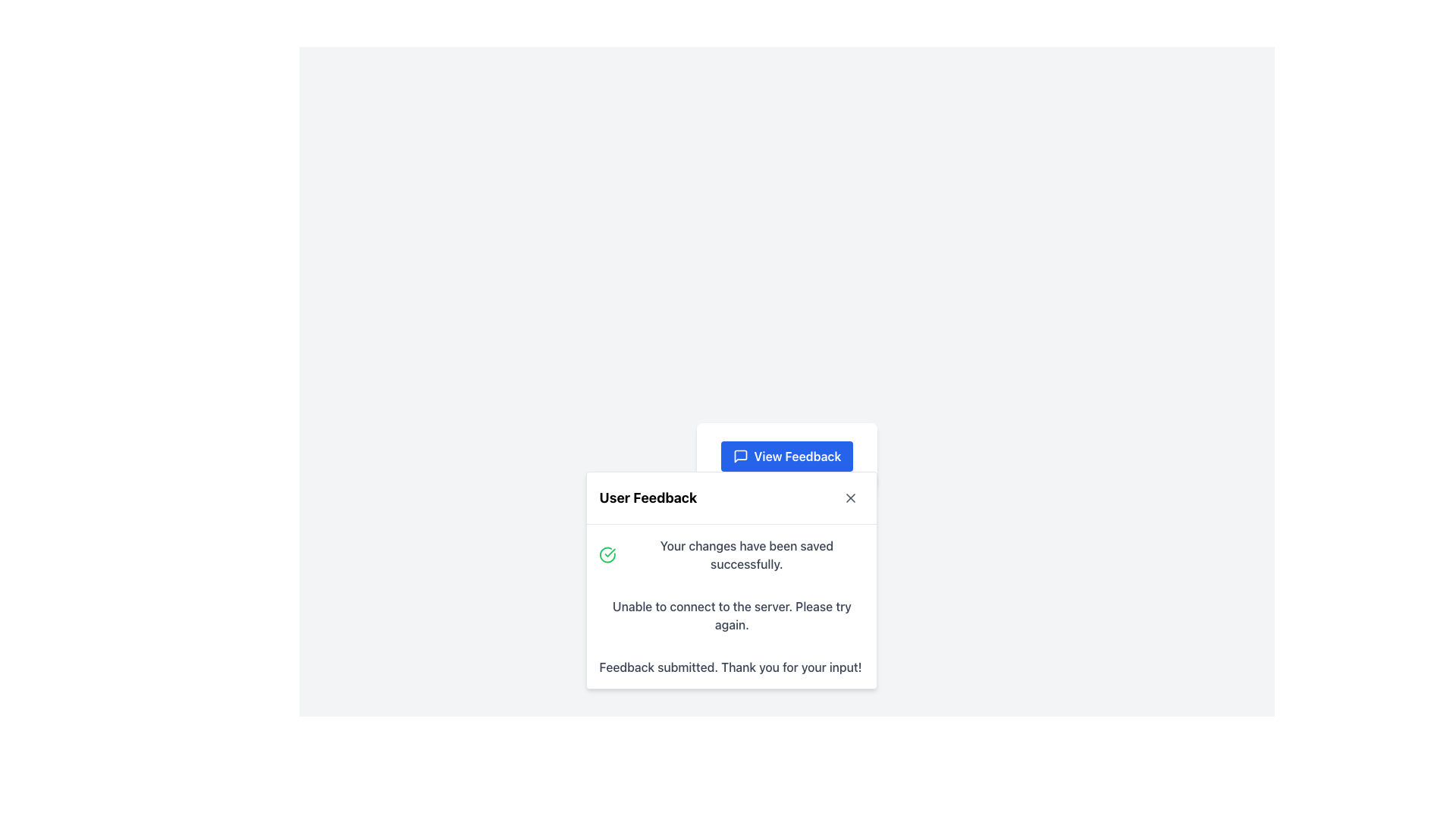 The image size is (1456, 819). I want to click on the close button in the top-right corner of the 'User Feedback' card to trigger a visual hover effect, so click(851, 497).